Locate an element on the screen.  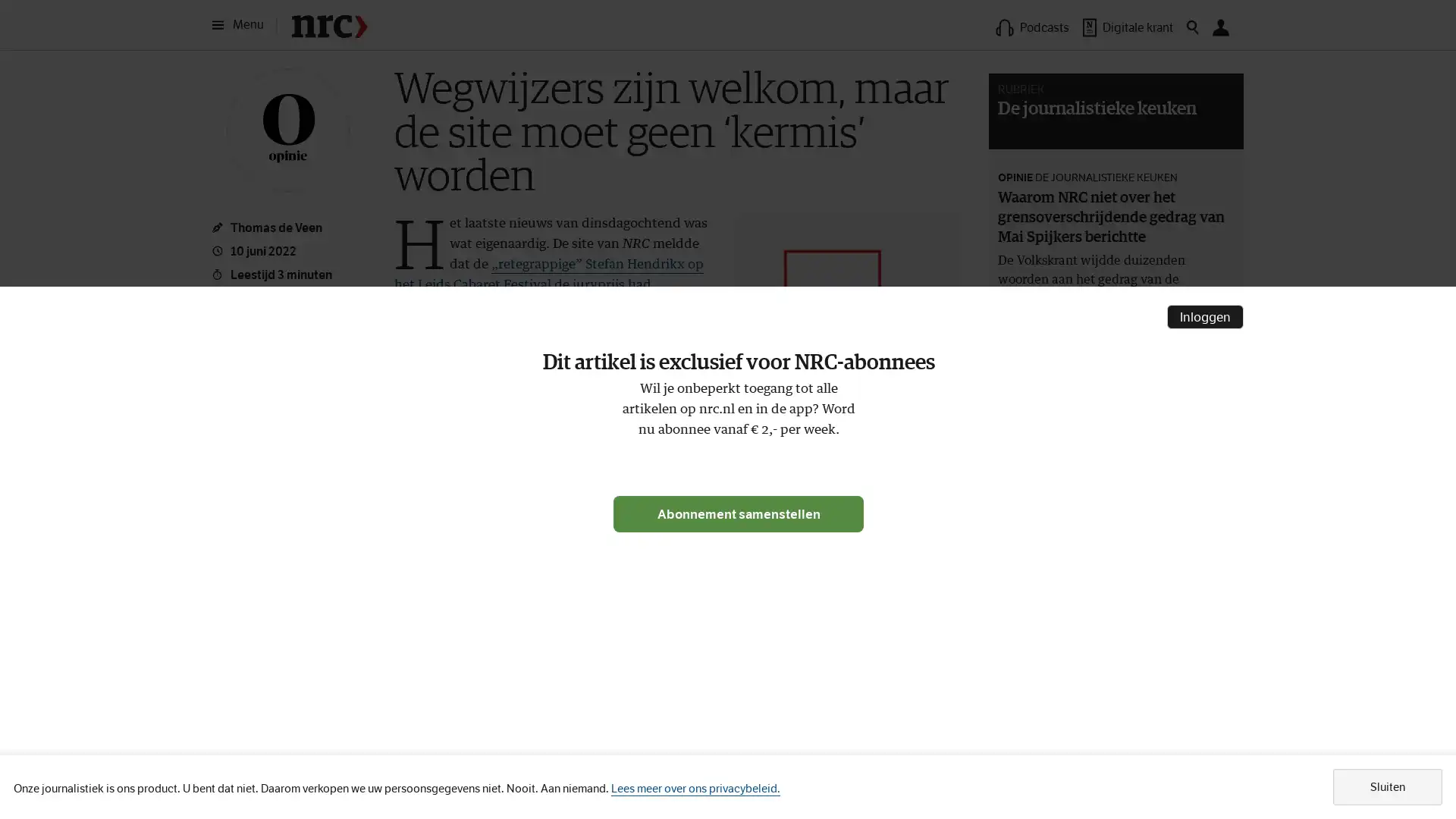
Meer opties is located at coordinates (312, 357).